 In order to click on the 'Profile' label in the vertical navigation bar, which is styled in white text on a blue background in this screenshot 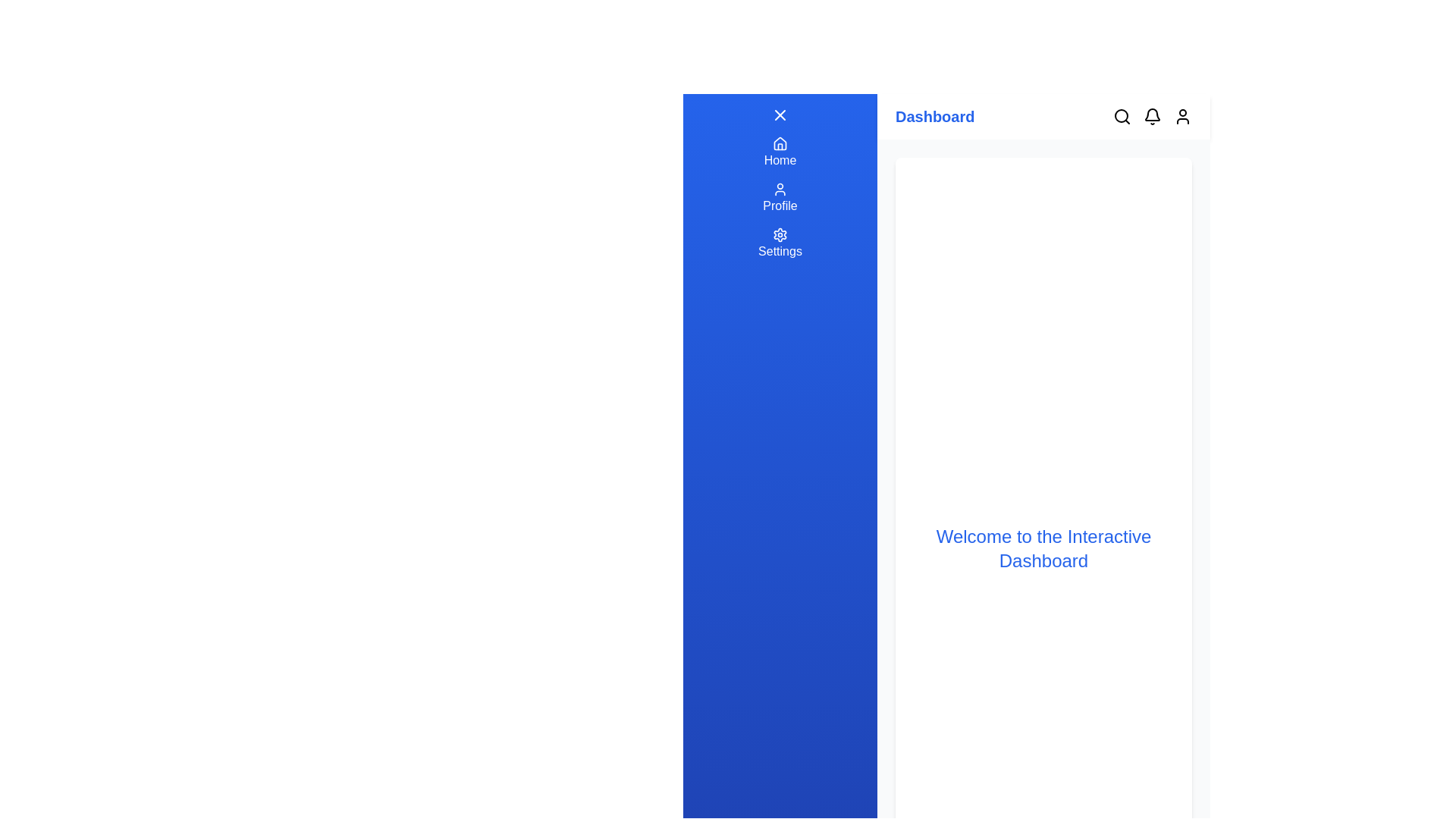, I will do `click(780, 206)`.